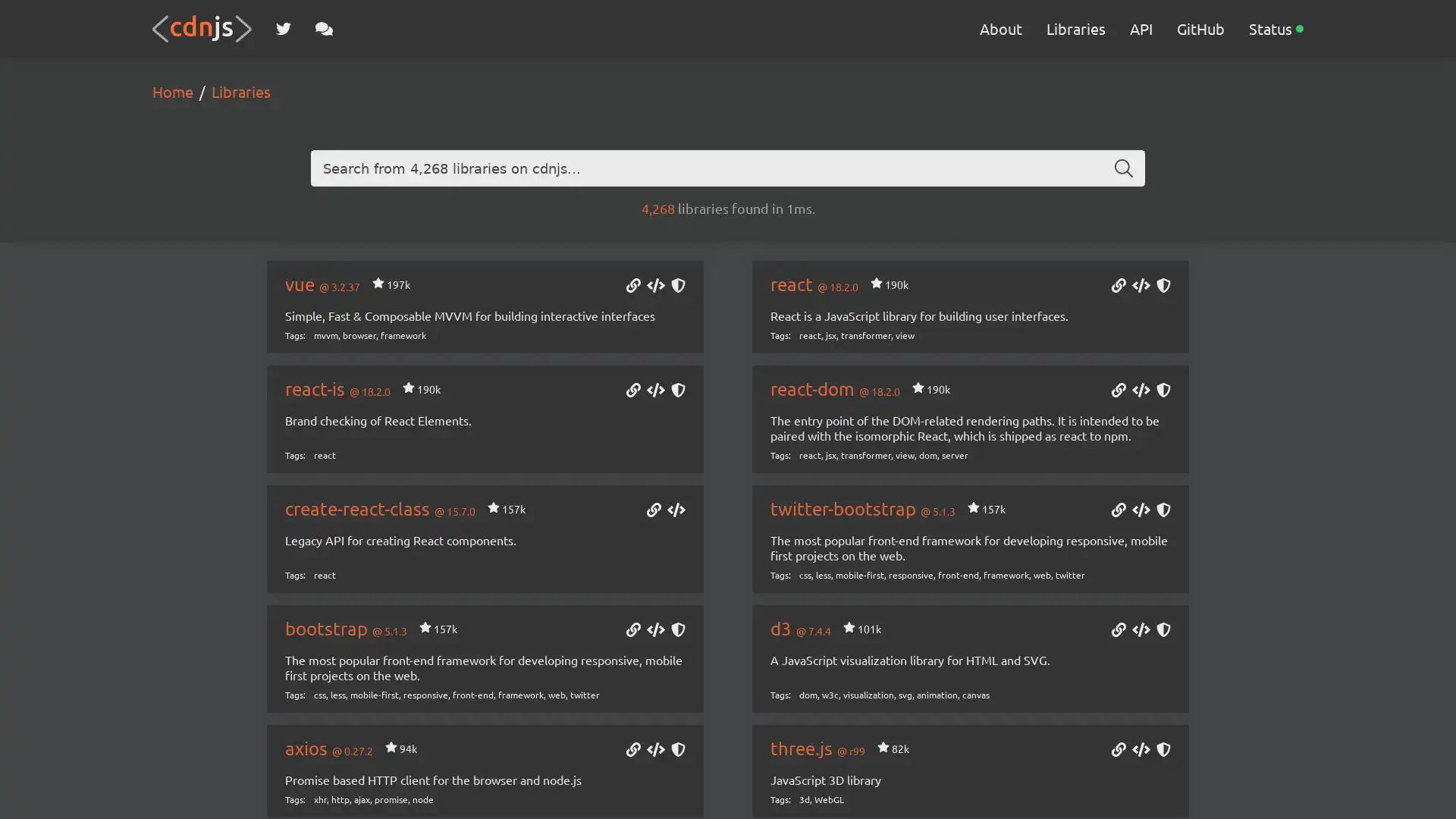 This screenshot has height=819, width=1456. I want to click on Copy URL, so click(1118, 511).